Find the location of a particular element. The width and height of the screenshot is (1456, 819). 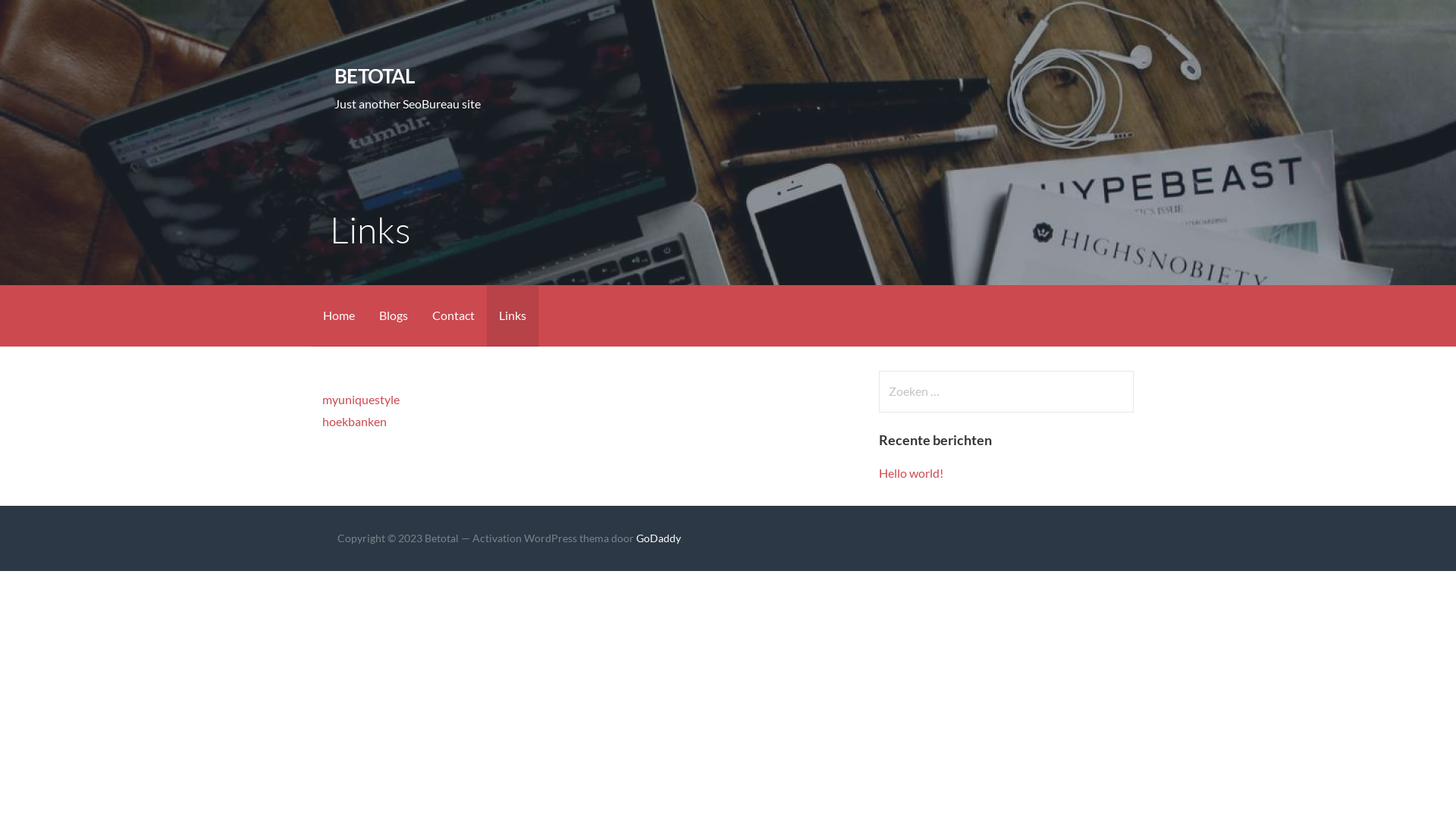

'BETOTAL' is located at coordinates (374, 76).